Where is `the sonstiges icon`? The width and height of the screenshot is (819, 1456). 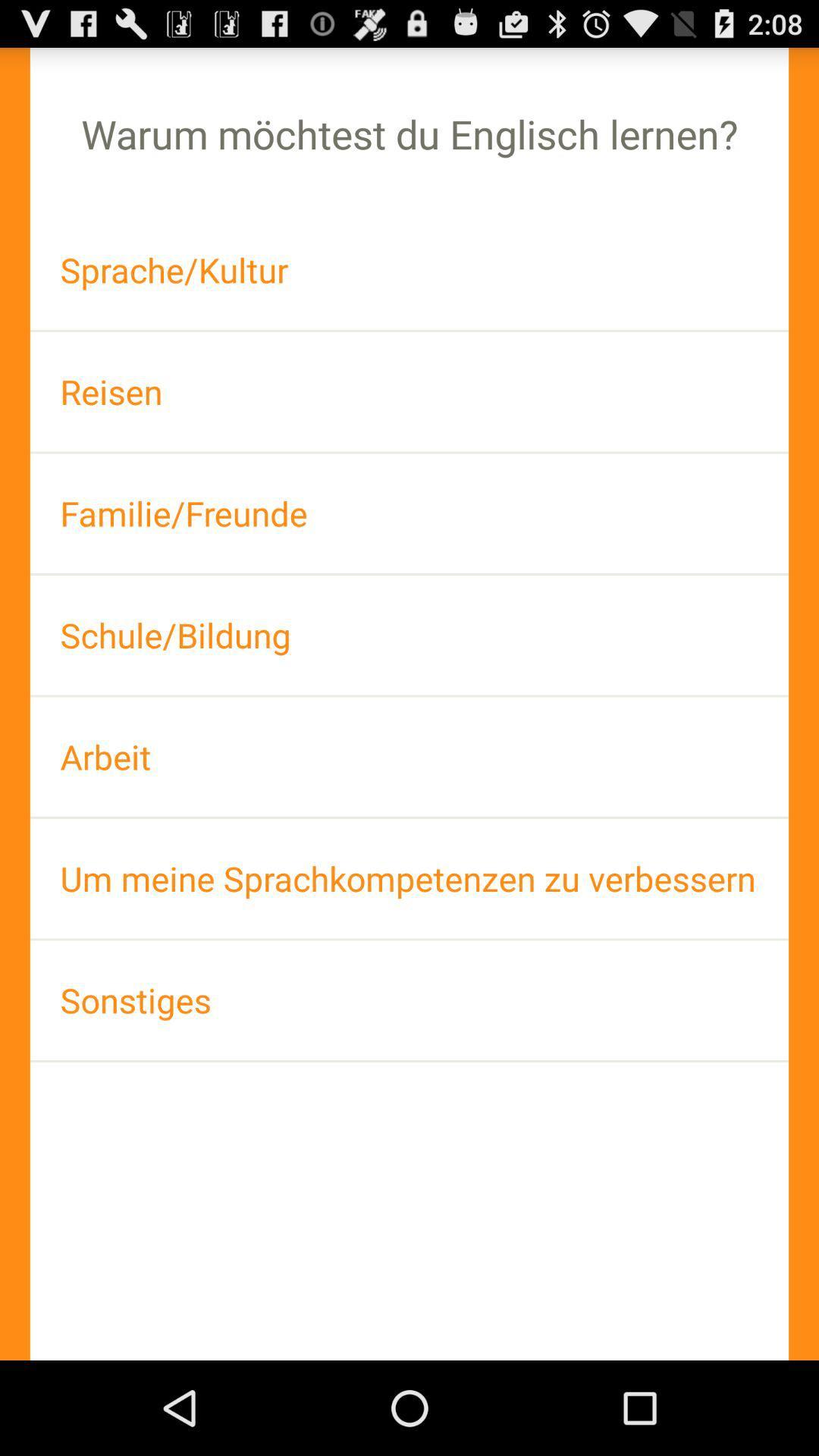 the sonstiges icon is located at coordinates (409, 1000).